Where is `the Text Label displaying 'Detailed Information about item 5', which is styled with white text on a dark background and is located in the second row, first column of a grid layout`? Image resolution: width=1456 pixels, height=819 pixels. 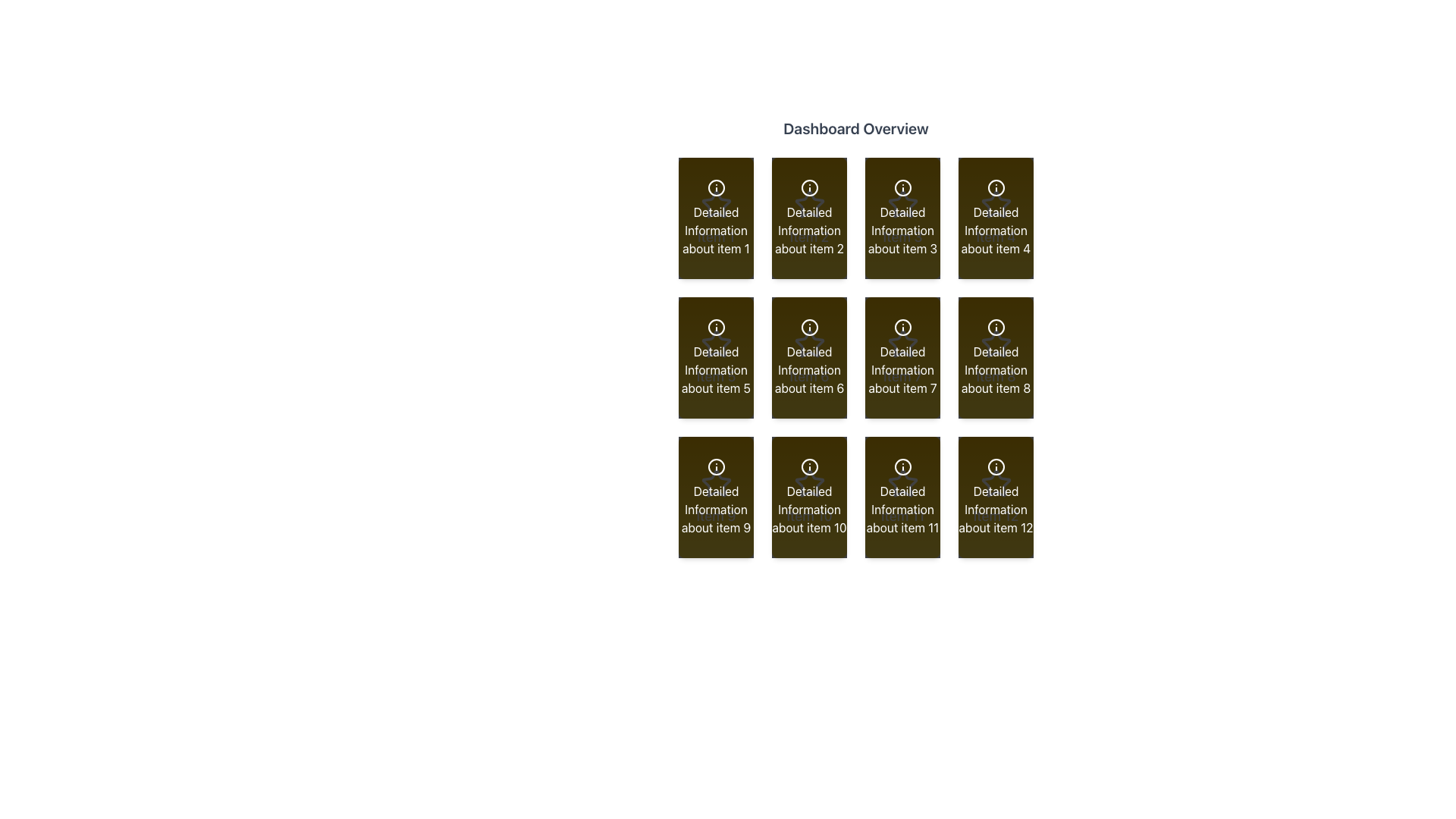
the Text Label displaying 'Detailed Information about item 5', which is styled with white text on a dark background and is located in the second row, first column of a grid layout is located at coordinates (715, 370).